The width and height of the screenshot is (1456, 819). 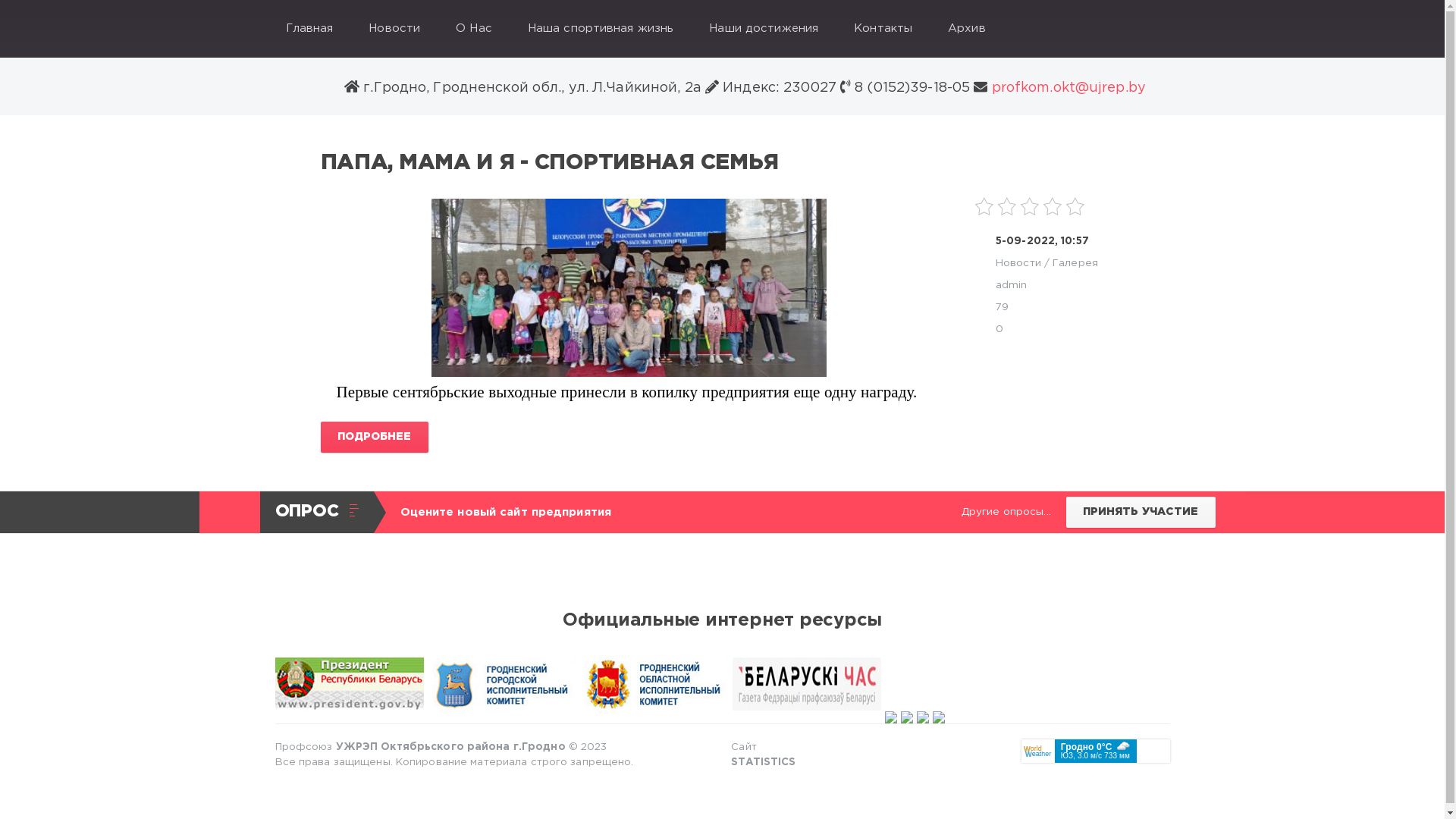 What do you see at coordinates (1051, 206) in the screenshot?
I see `'4'` at bounding box center [1051, 206].